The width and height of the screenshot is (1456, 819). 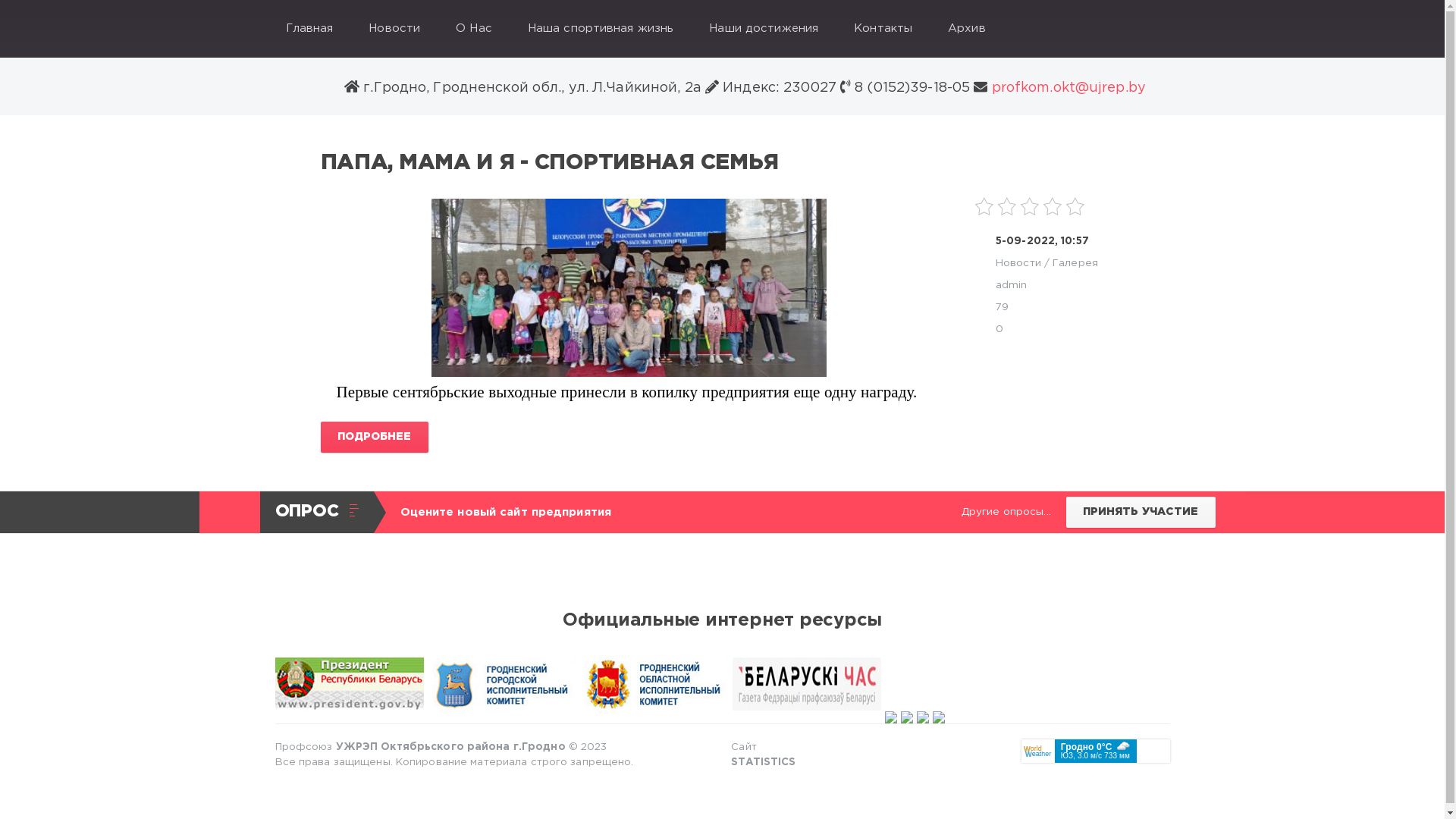 What do you see at coordinates (1051, 206) in the screenshot?
I see `'4'` at bounding box center [1051, 206].